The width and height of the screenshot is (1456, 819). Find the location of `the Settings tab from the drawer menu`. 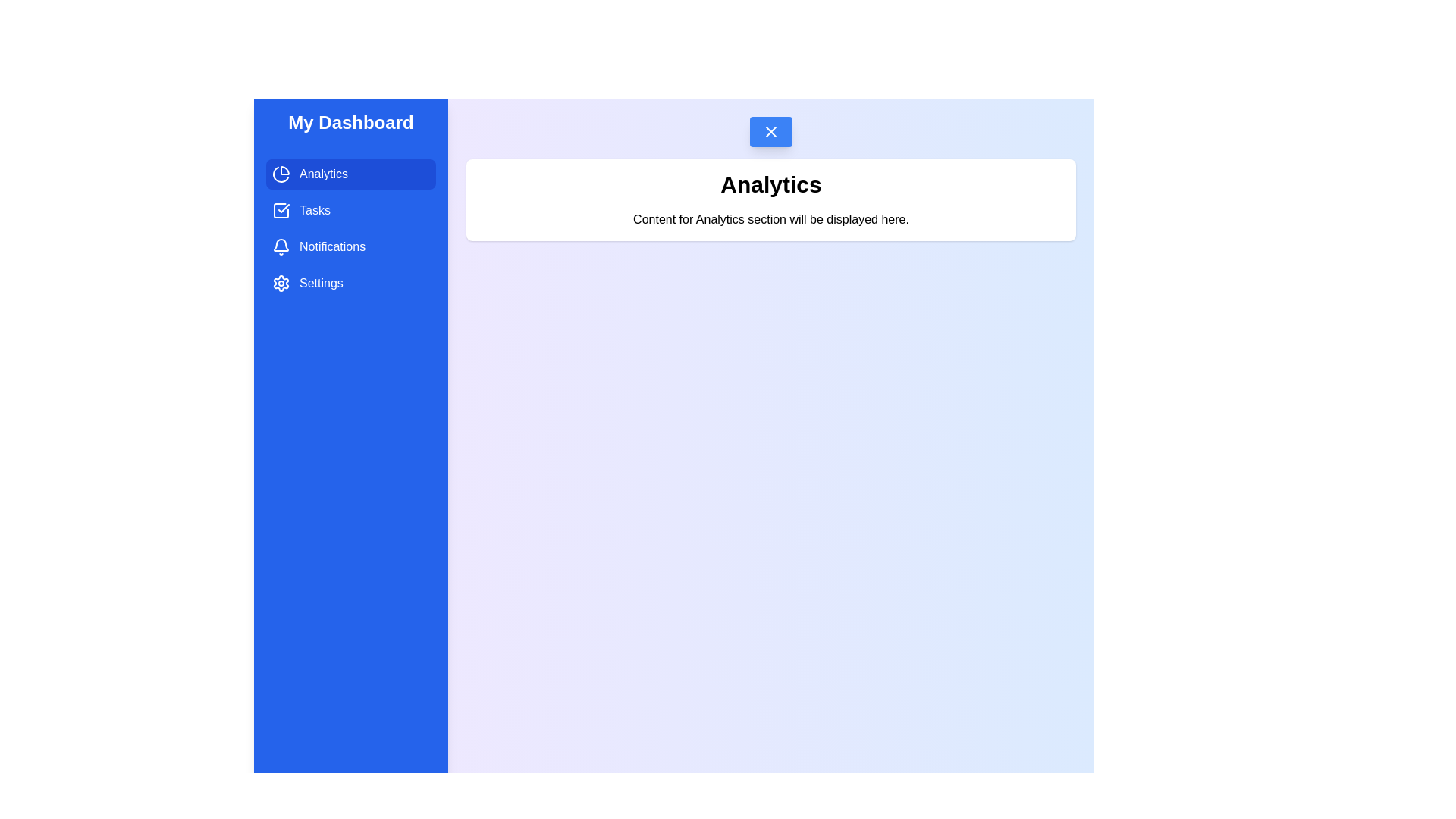

the Settings tab from the drawer menu is located at coordinates (350, 284).